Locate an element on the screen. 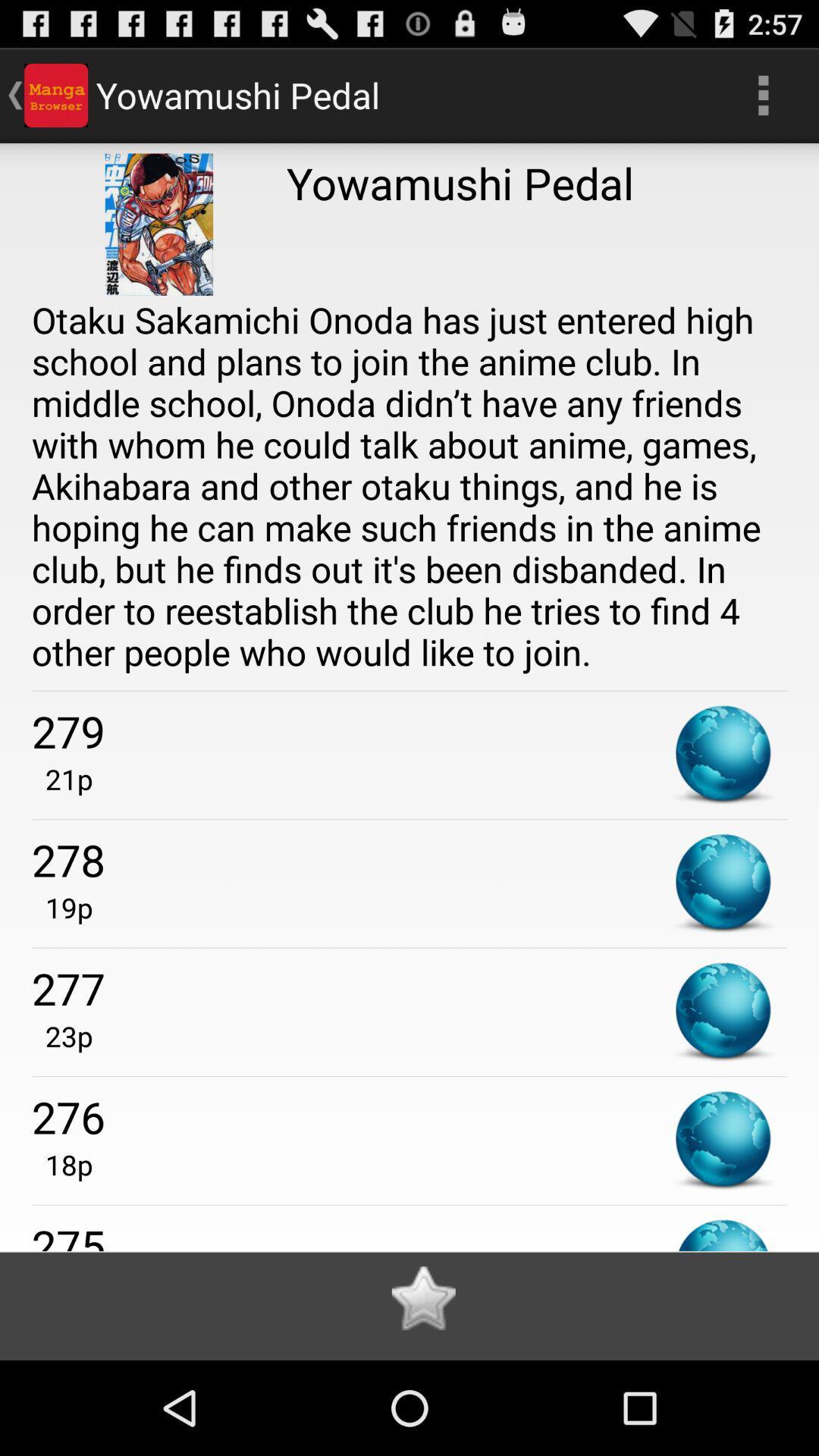 Image resolution: width=819 pixels, height=1456 pixels. the app above the   23p app is located at coordinates (409, 988).